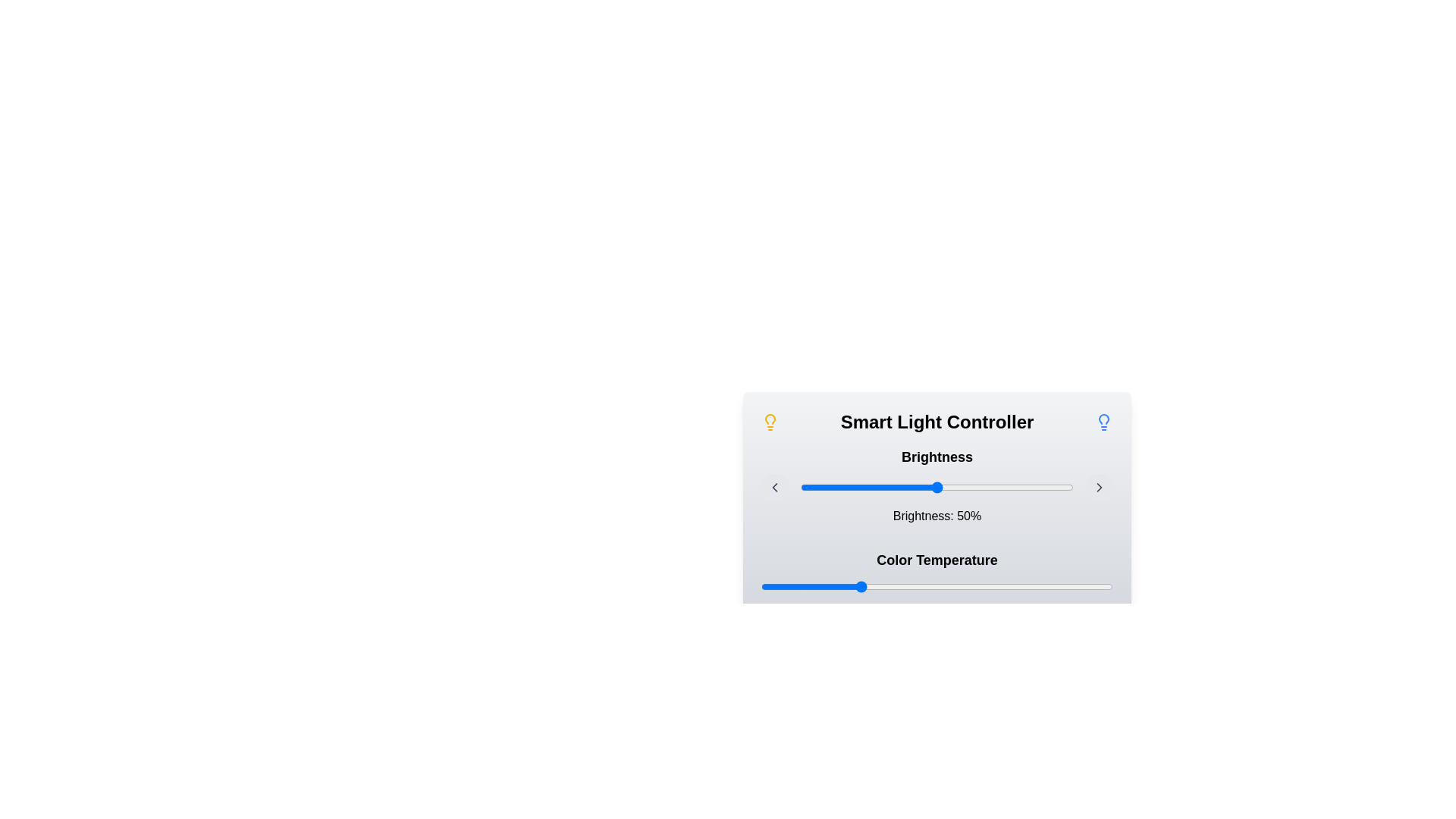  I want to click on the color temperature, so click(949, 586).